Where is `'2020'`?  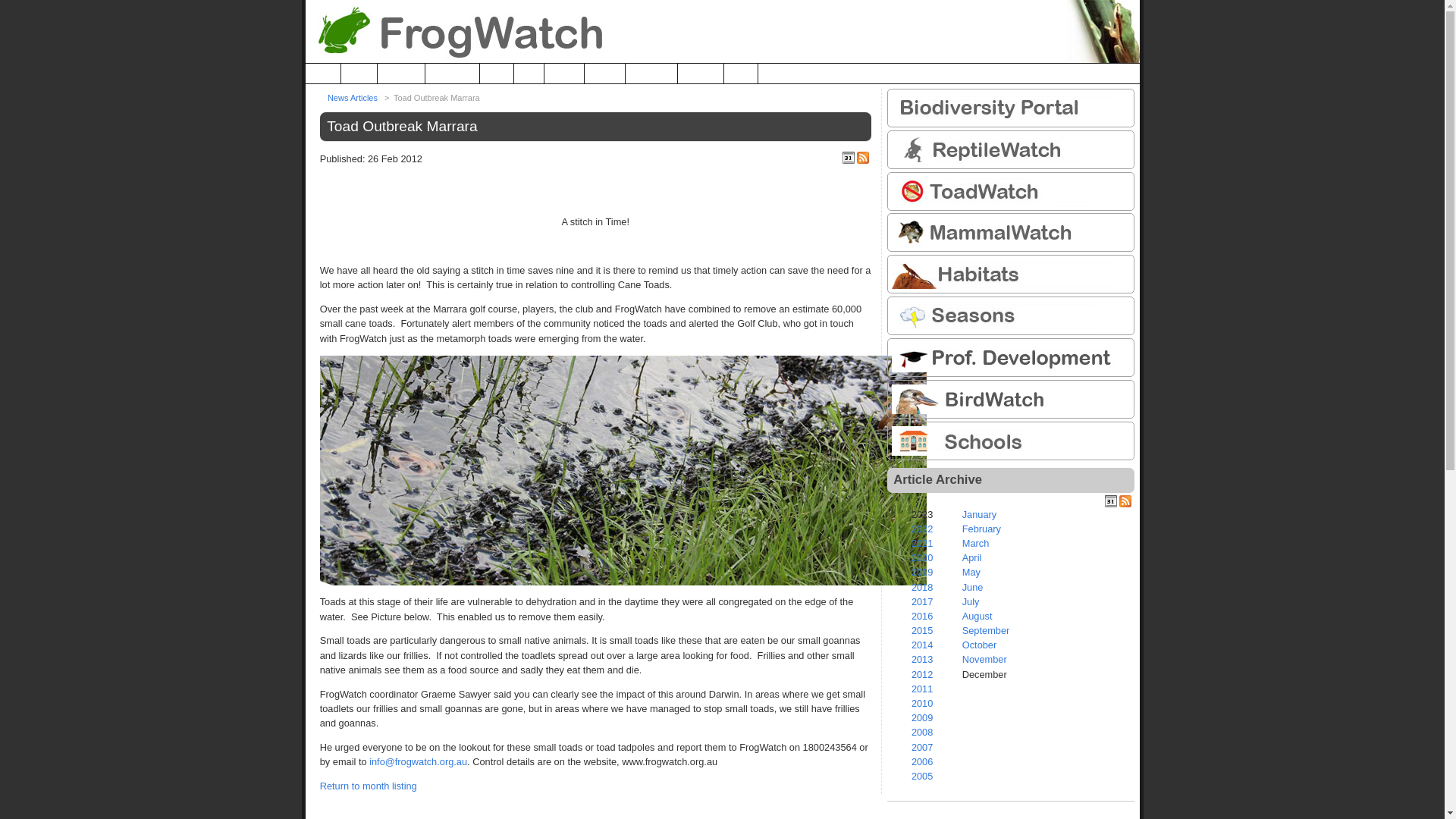
'2020' is located at coordinates (921, 557).